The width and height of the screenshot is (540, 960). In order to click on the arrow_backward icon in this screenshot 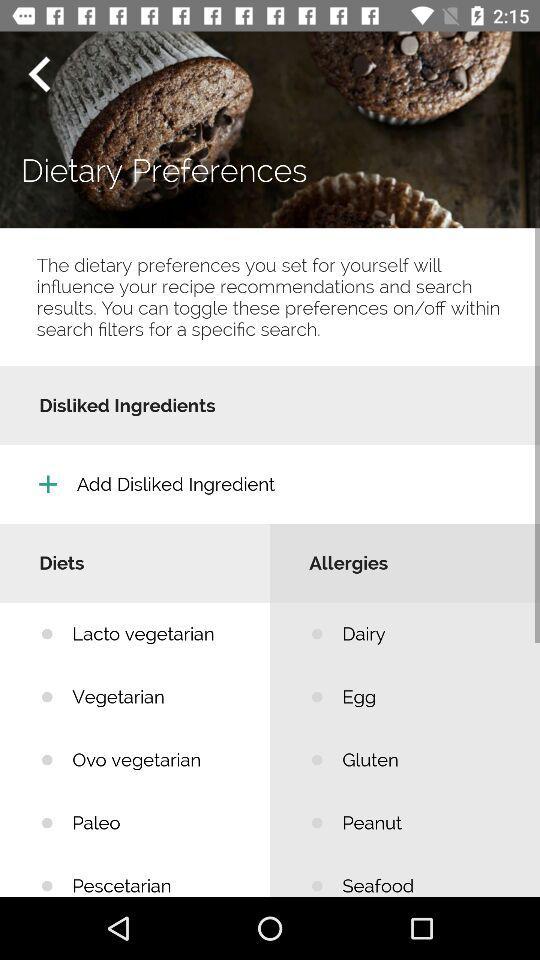, I will do `click(38, 74)`.